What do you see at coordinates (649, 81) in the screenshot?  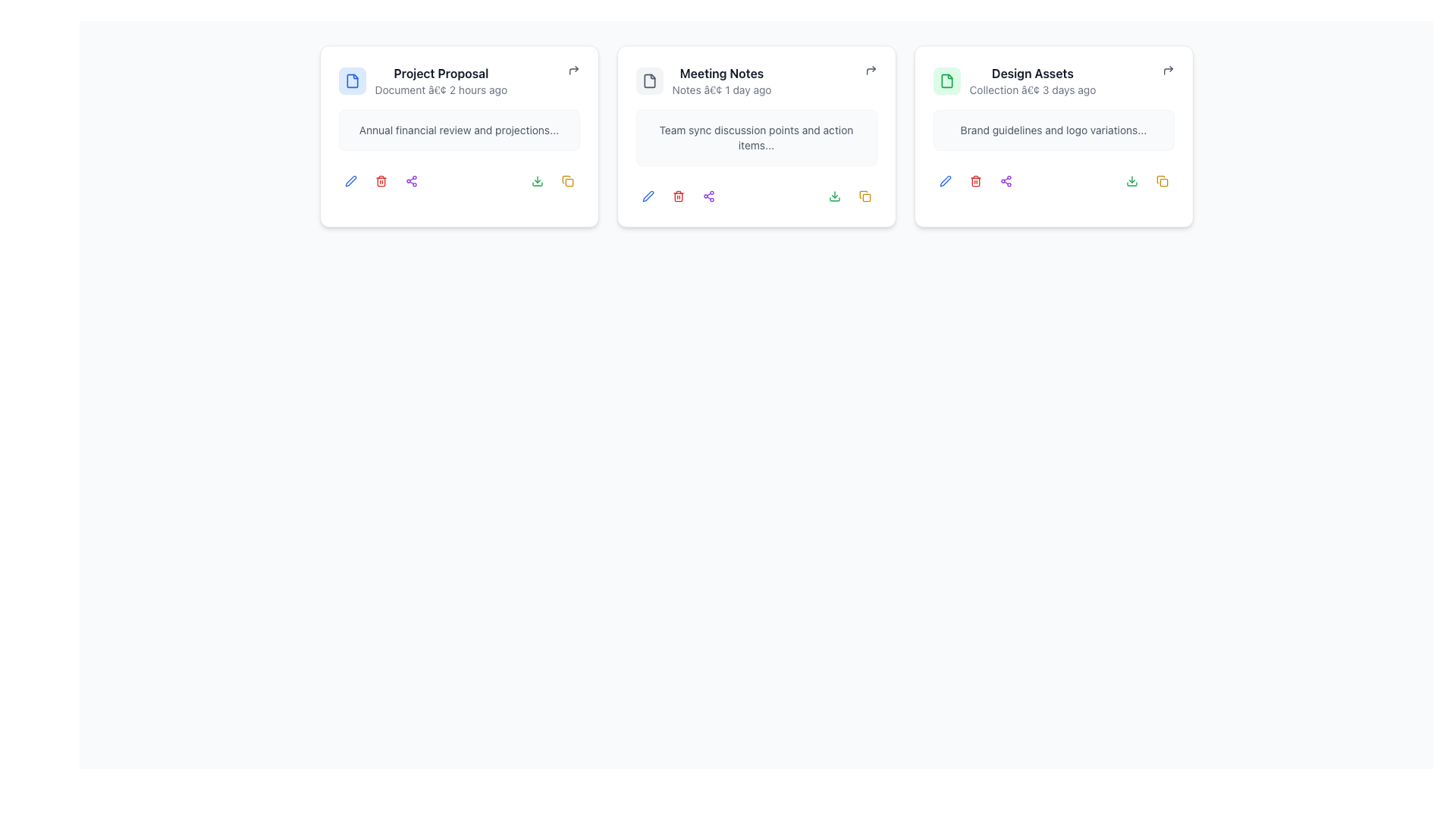 I see `the icon resembling a document or file with a gray outline located in the second card next to the 'Meeting Notes' text block` at bounding box center [649, 81].